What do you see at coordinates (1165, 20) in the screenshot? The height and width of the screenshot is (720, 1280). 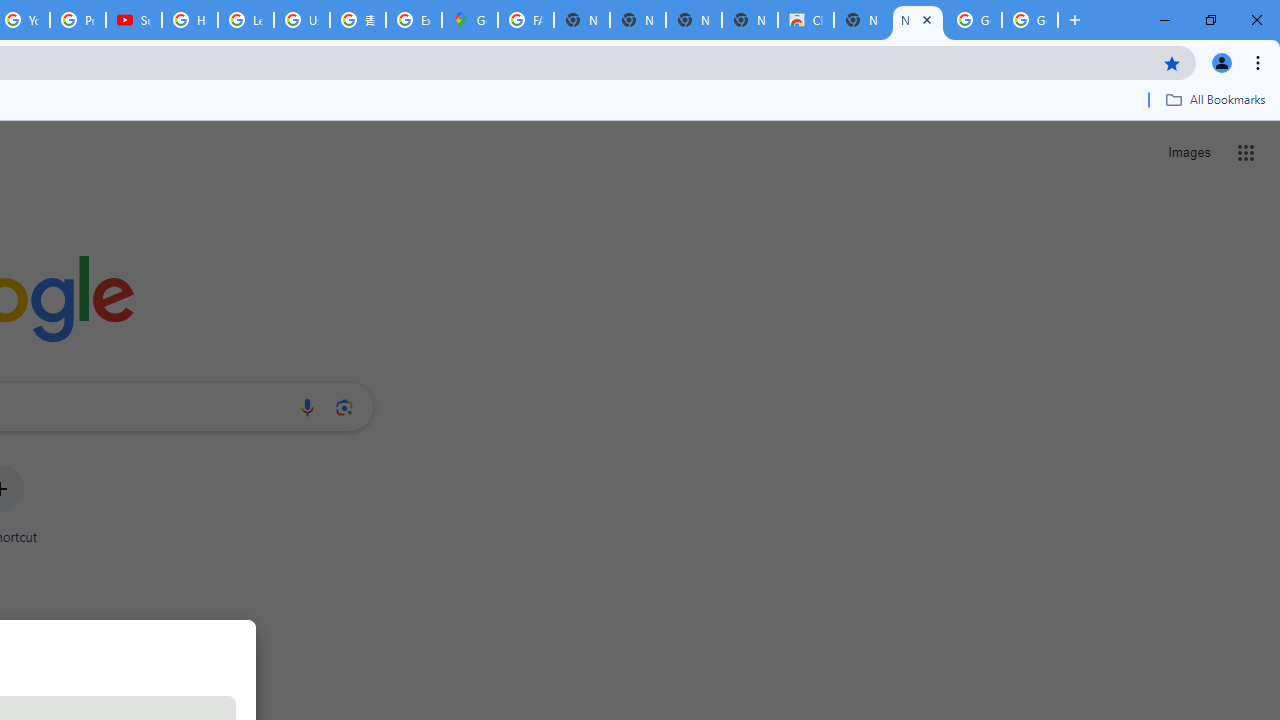 I see `'Minimize'` at bounding box center [1165, 20].